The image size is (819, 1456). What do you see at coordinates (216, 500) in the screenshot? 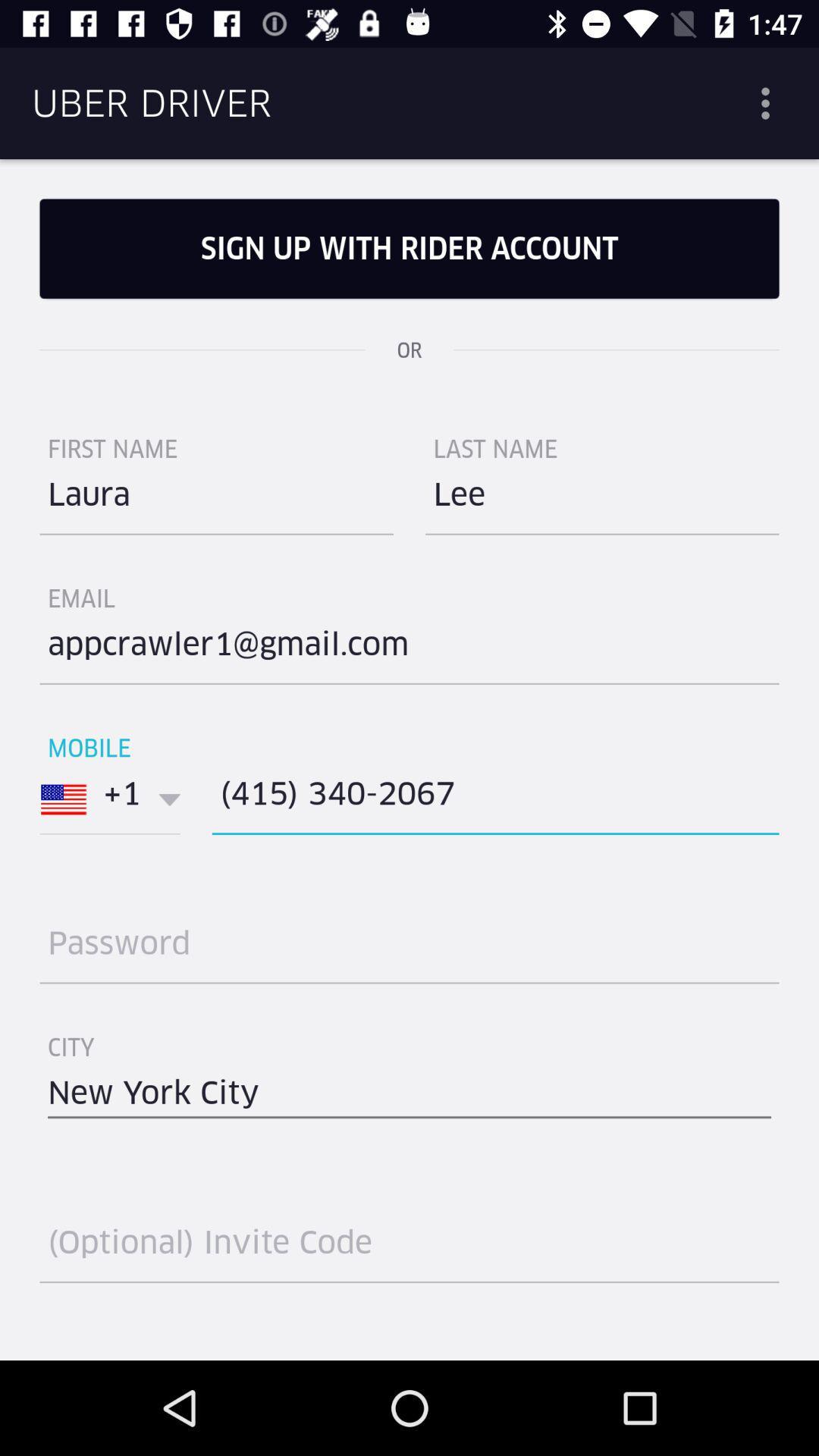
I see `item below the first name item` at bounding box center [216, 500].